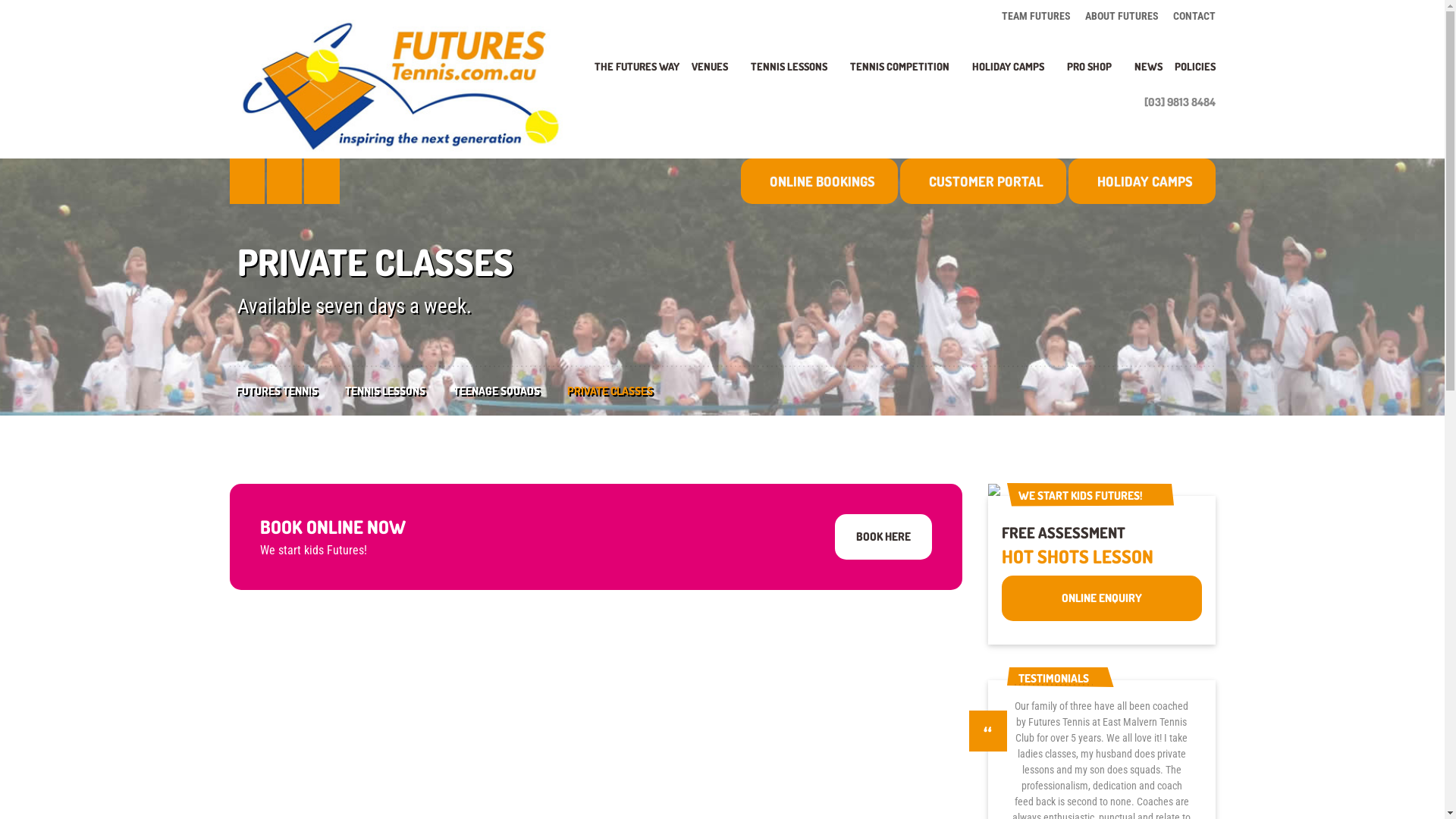  What do you see at coordinates (714, 74) in the screenshot?
I see `'VENUES'` at bounding box center [714, 74].